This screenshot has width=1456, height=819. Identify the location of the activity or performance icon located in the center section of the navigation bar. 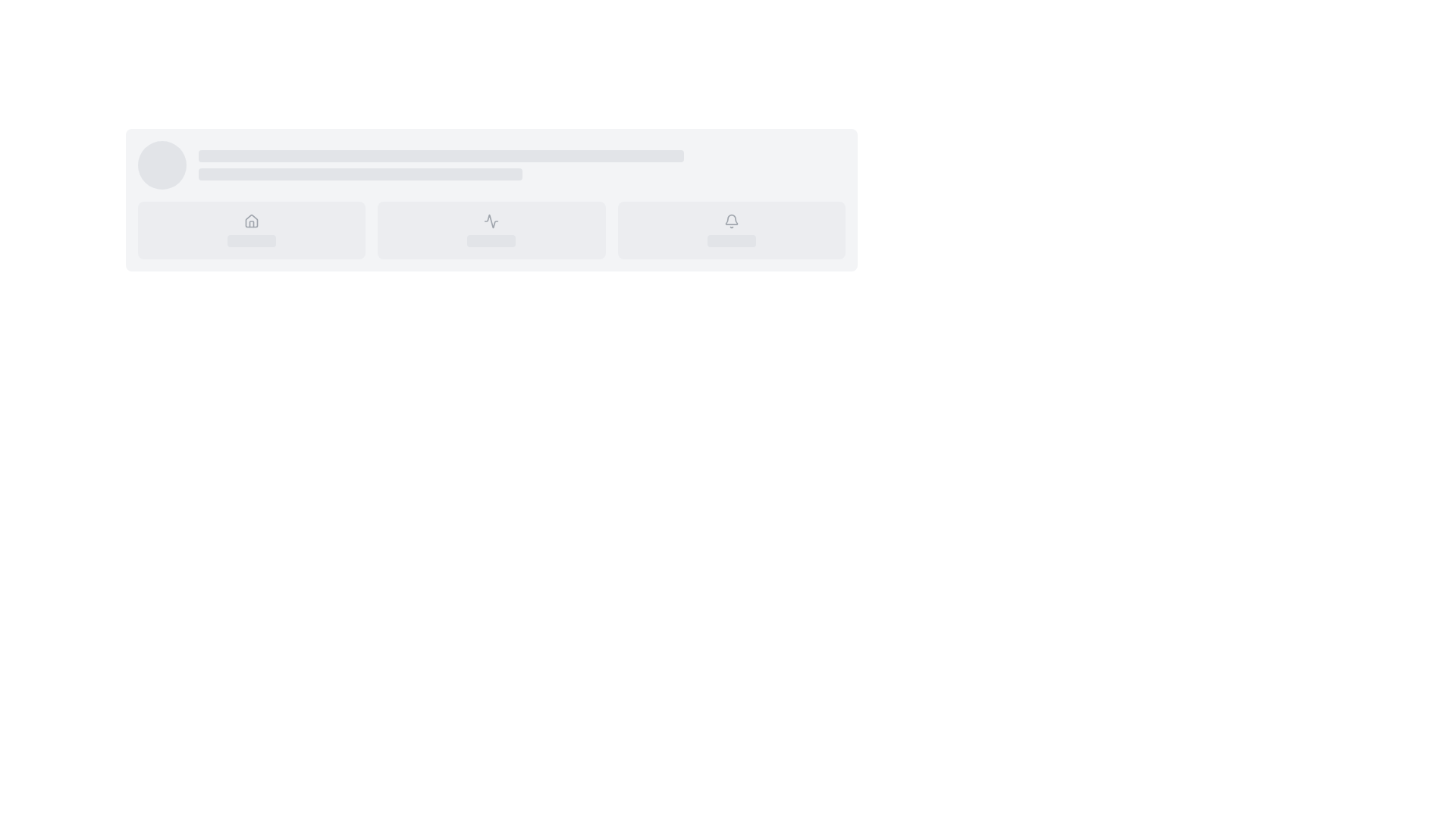
(491, 221).